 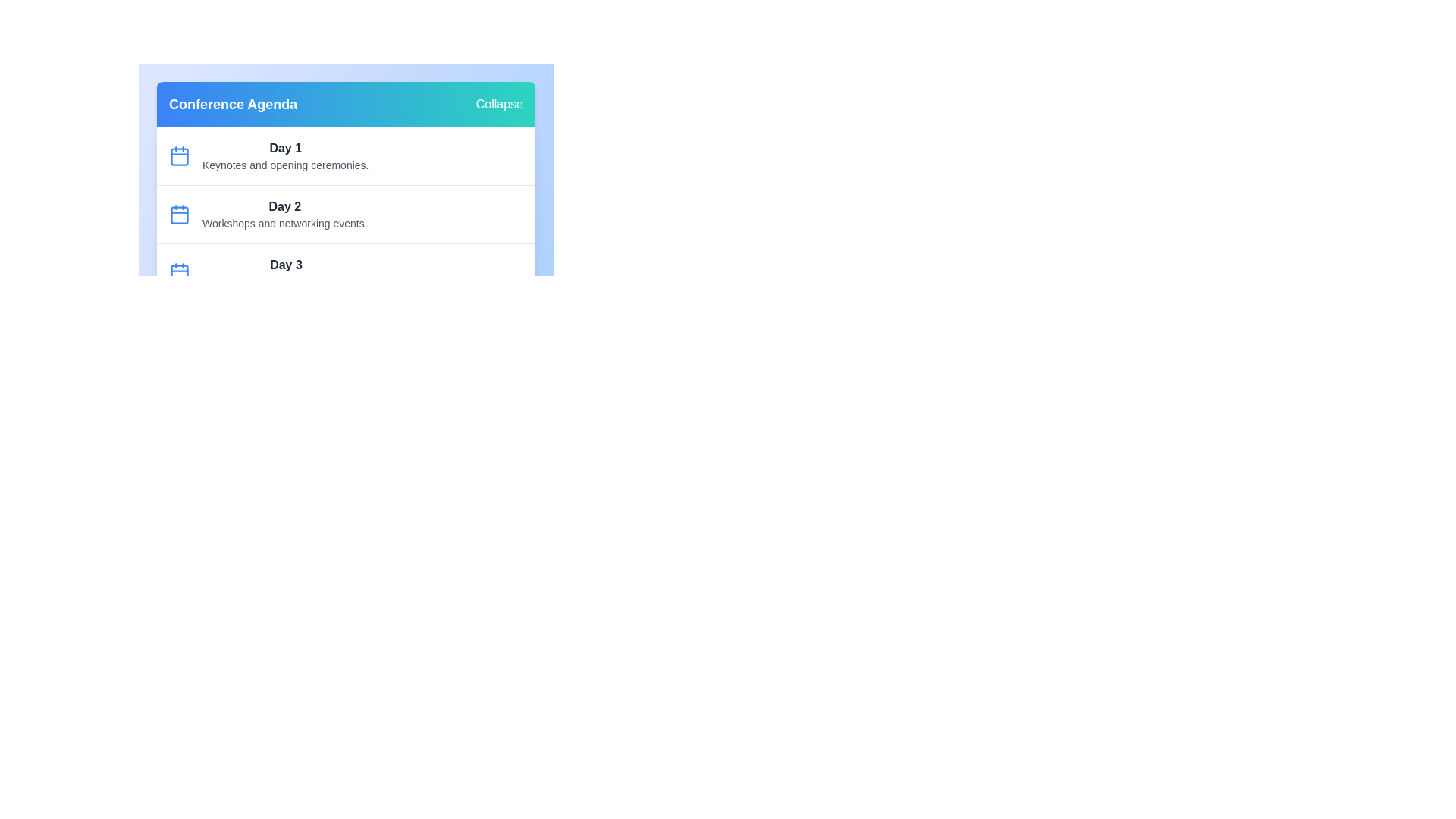 What do you see at coordinates (345, 214) in the screenshot?
I see `the agenda item for Day 2` at bounding box center [345, 214].